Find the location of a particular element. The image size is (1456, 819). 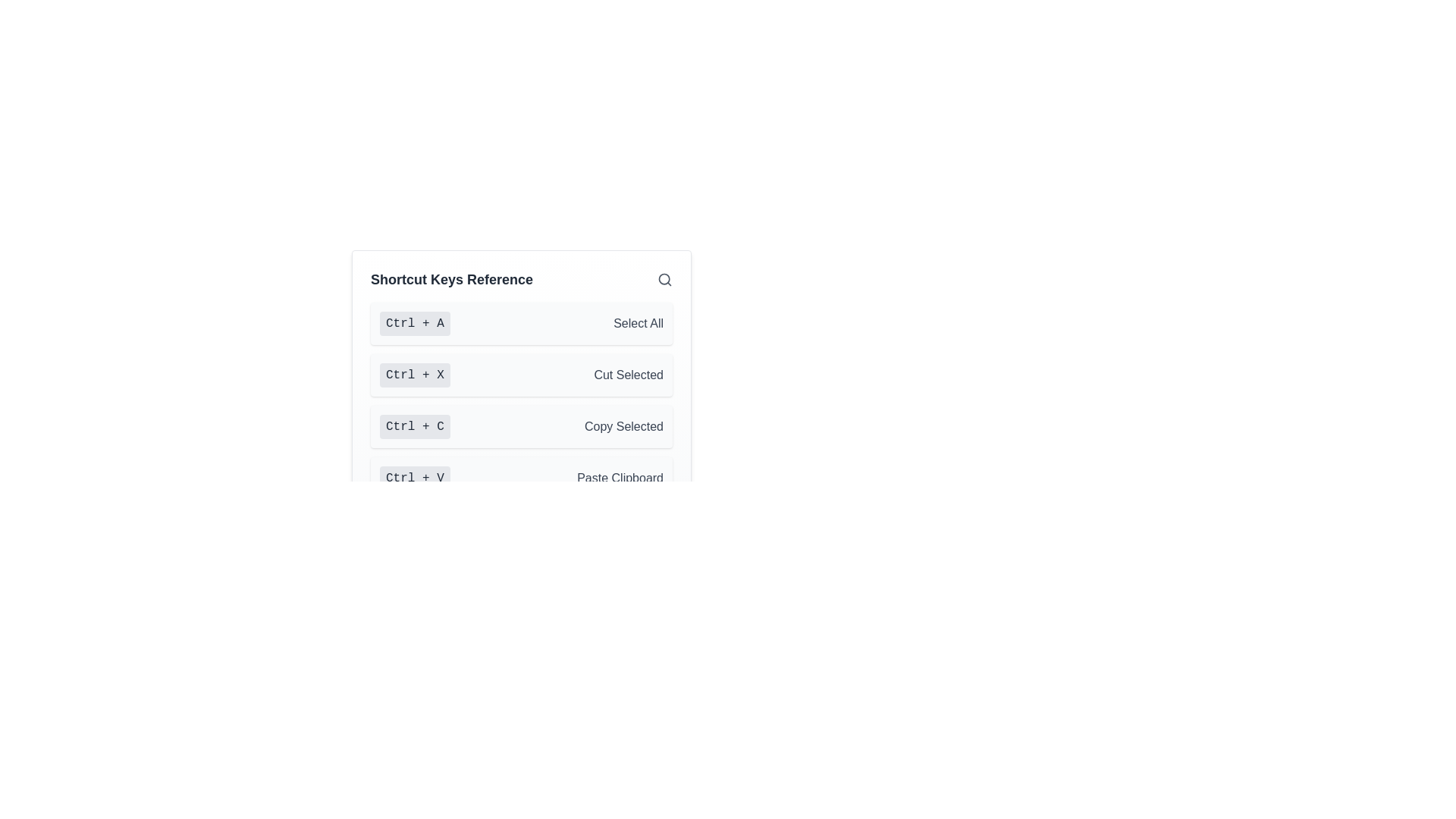

the text label displaying 'Cut Selected', which is part of a shortcut guide interface is located at coordinates (629, 375).